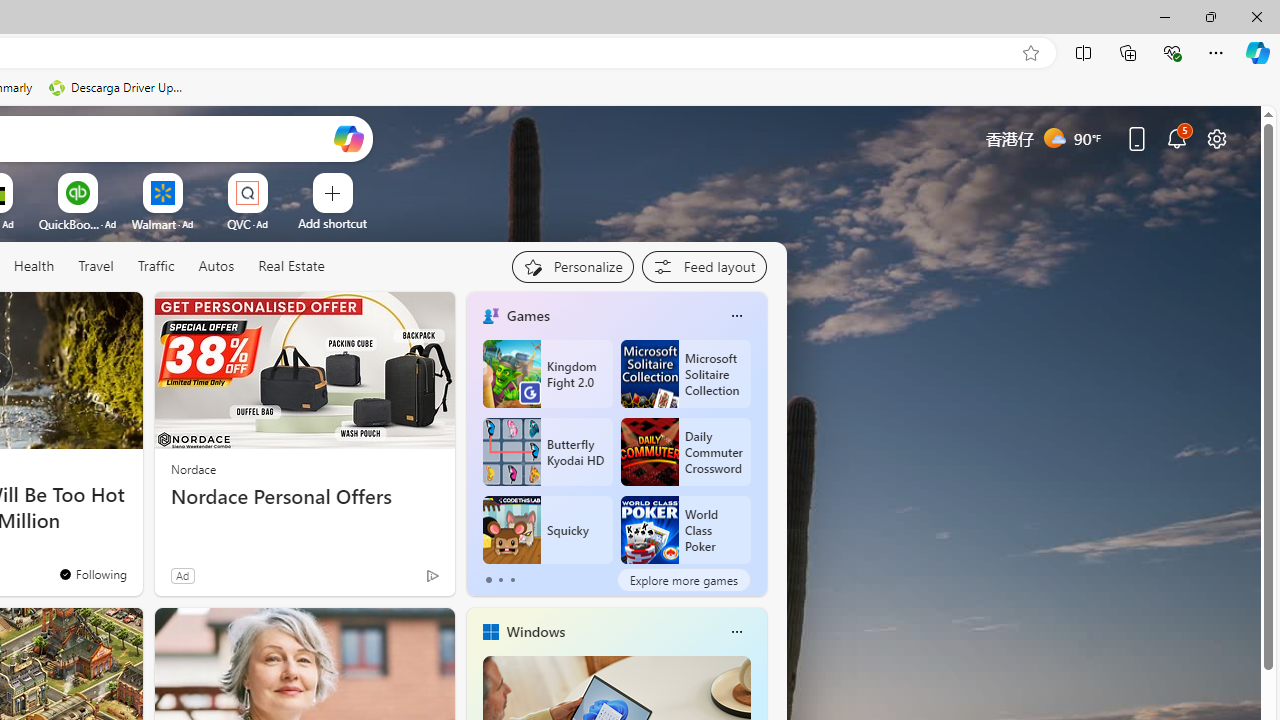 The width and height of the screenshot is (1280, 720). Describe the element at coordinates (154, 265) in the screenshot. I see `'Traffic'` at that location.